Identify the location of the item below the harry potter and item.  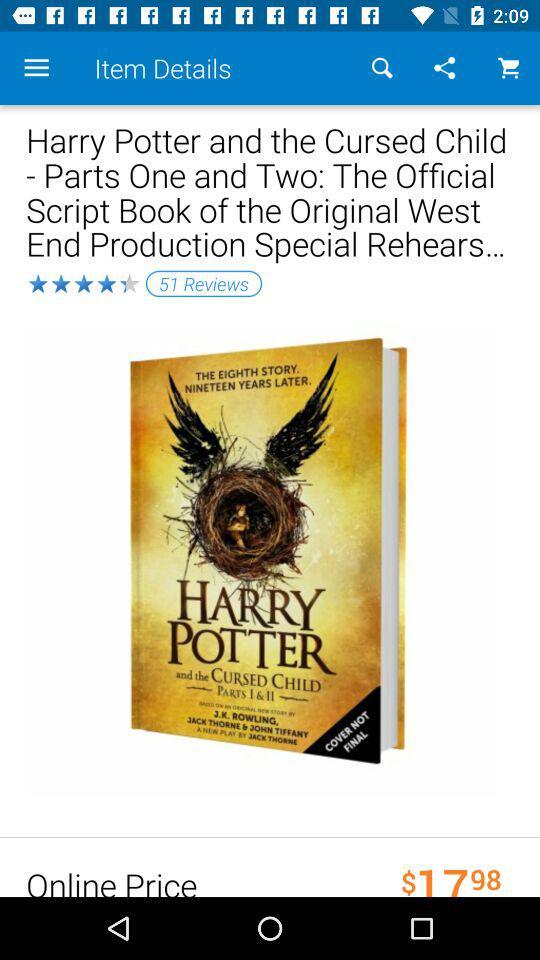
(203, 282).